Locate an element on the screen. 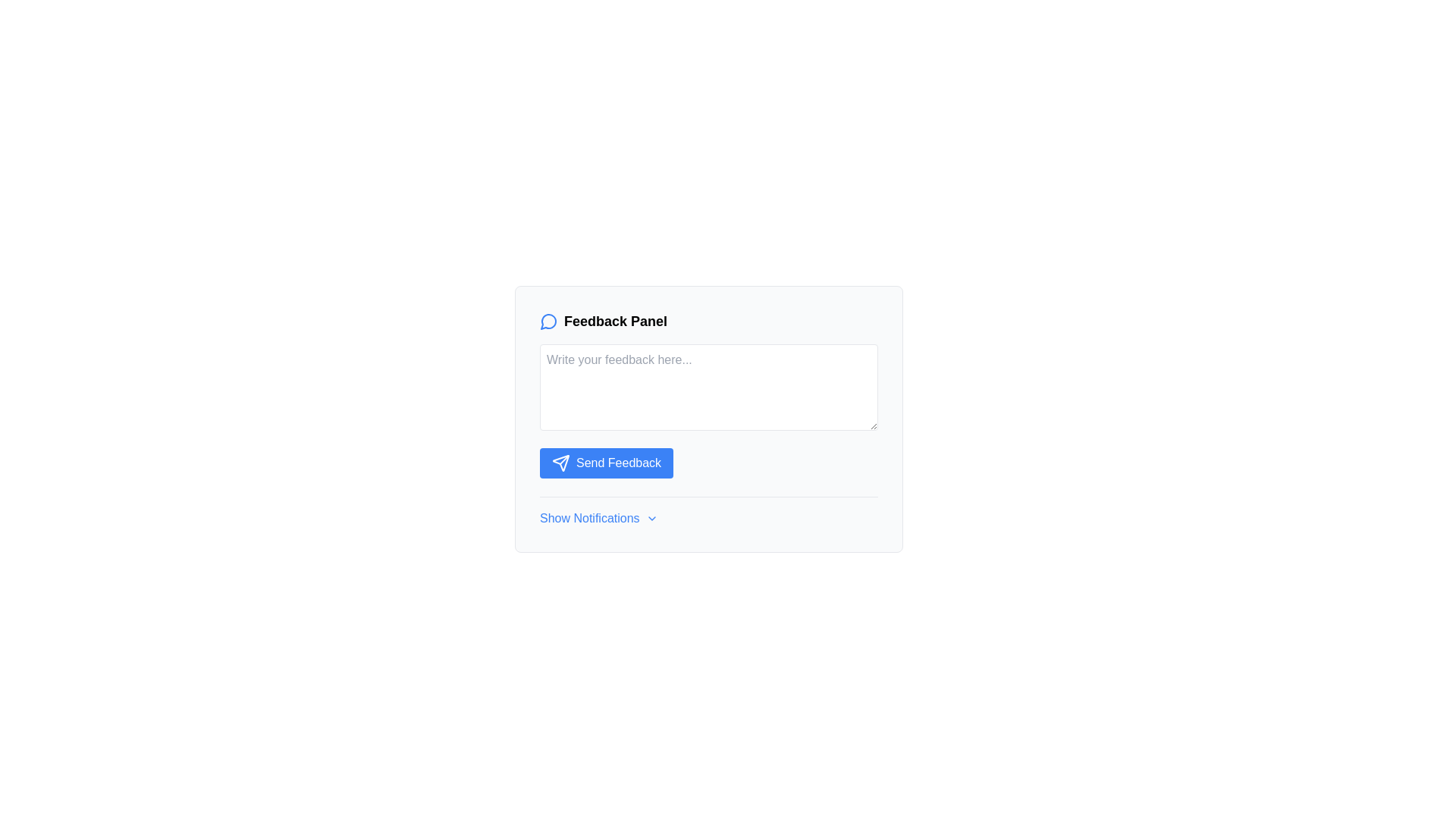 This screenshot has width=1456, height=819. the paper airplane graphical icon located at the bottom left of the 'Send Feedback' button in the feedback form is located at coordinates (560, 462).